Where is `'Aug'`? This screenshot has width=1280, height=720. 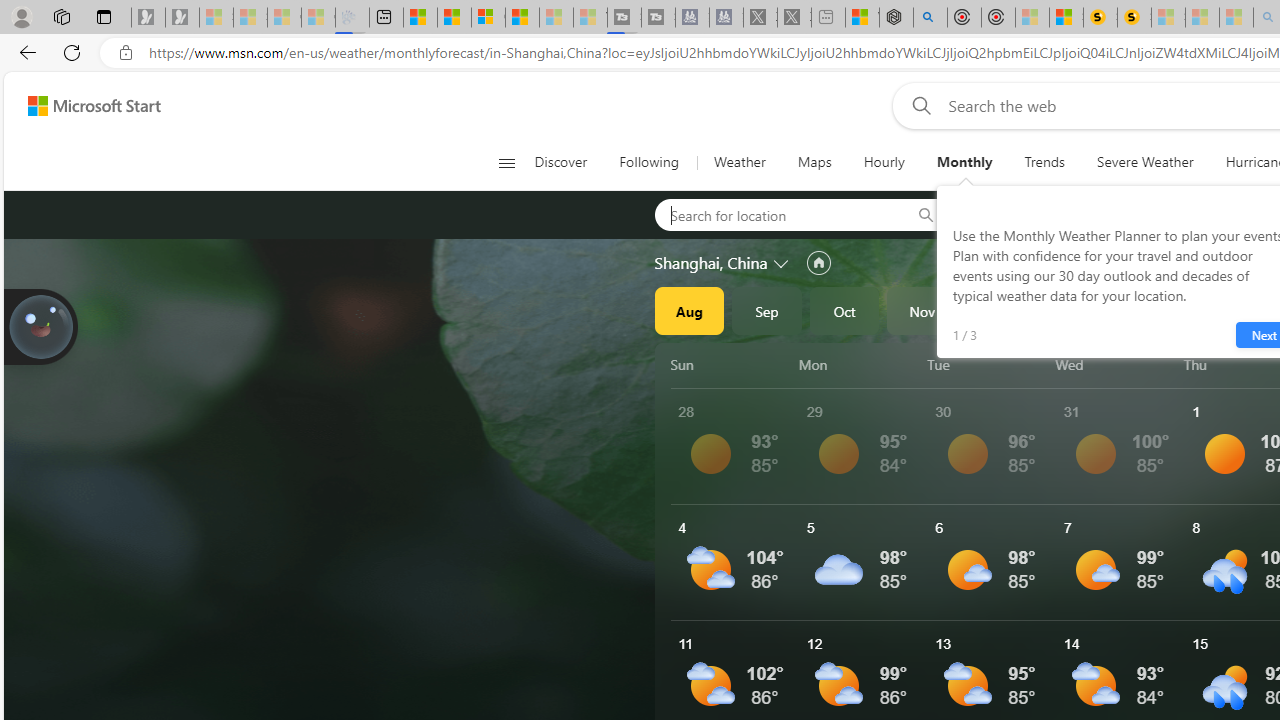
'Aug' is located at coordinates (689, 311).